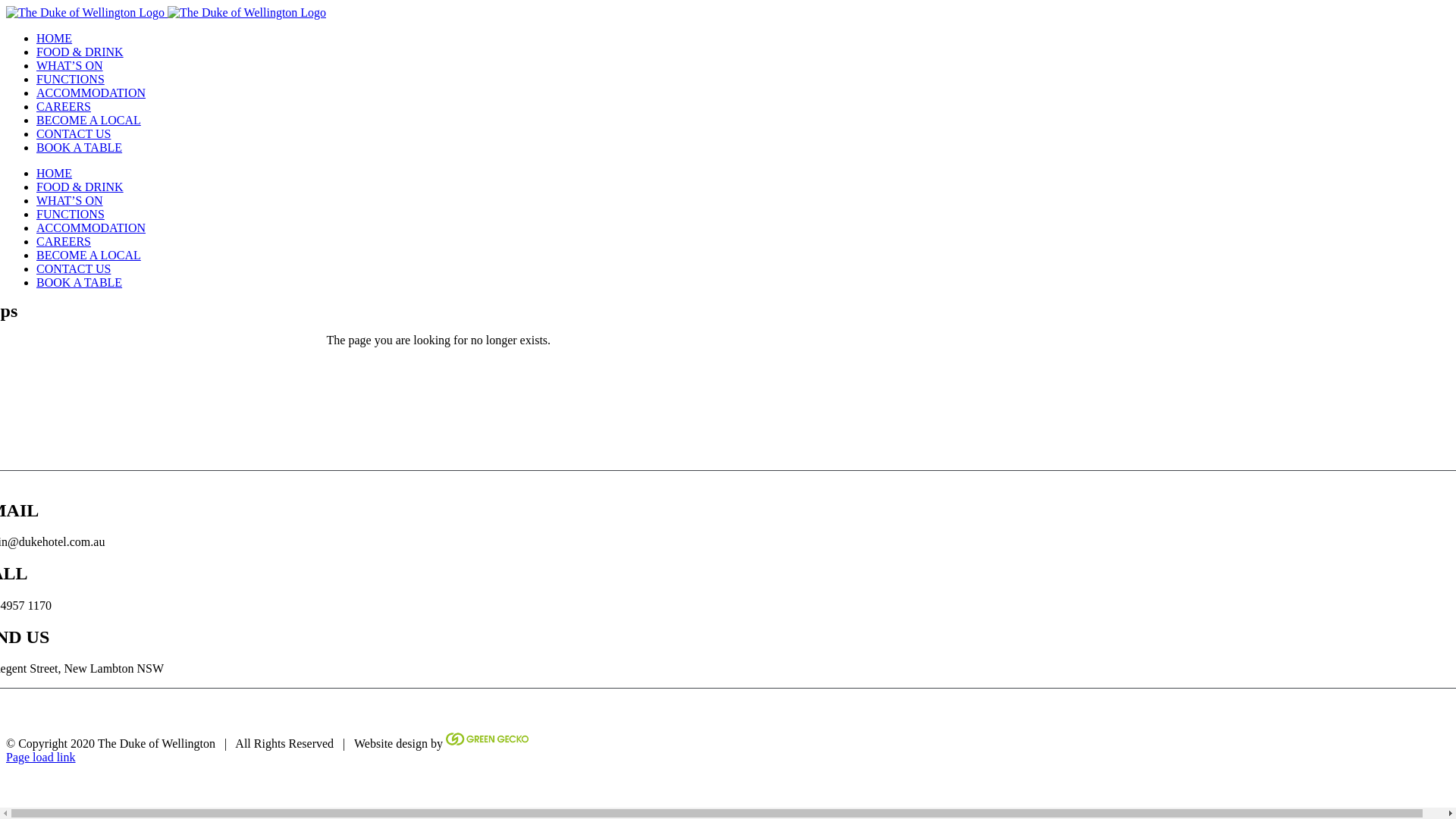 This screenshot has width=1456, height=819. I want to click on 'CAREERS', so click(62, 240).